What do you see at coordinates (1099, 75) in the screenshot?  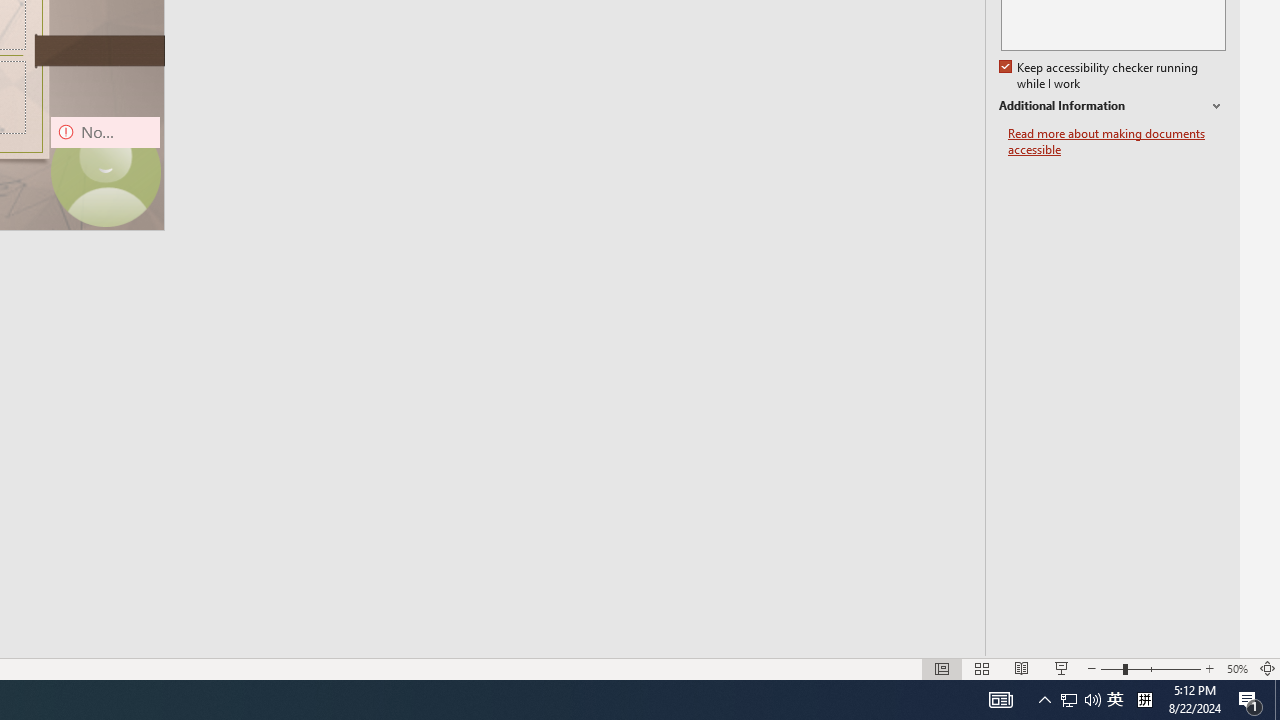 I see `'Keep accessibility checker running while I work'` at bounding box center [1099, 75].